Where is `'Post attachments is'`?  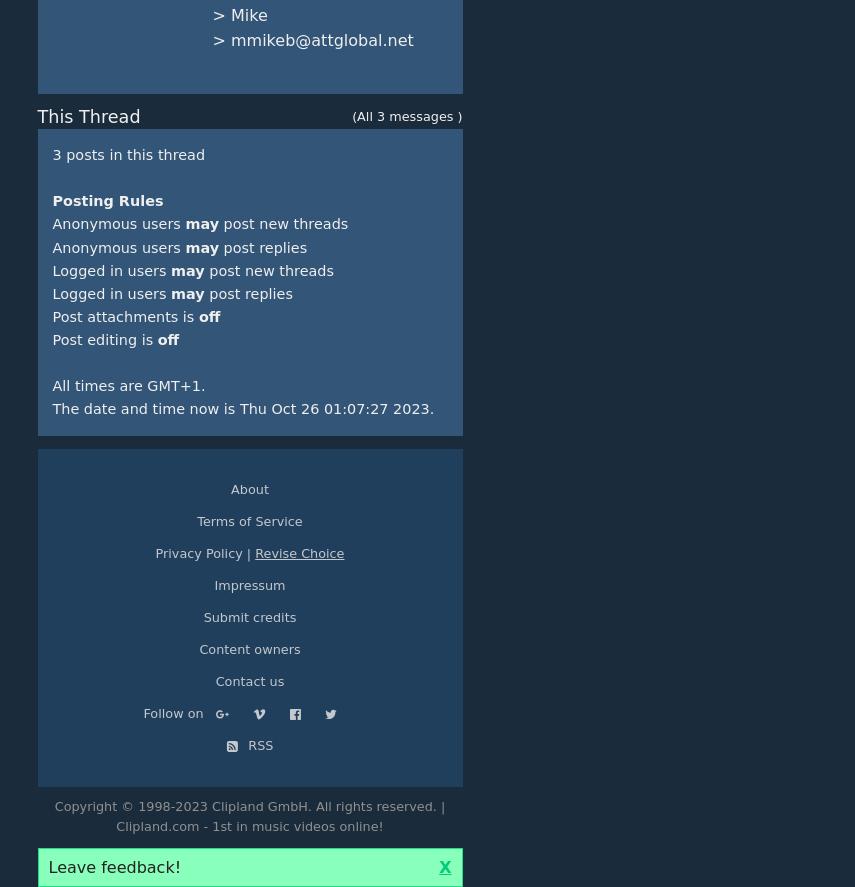 'Post attachments is' is located at coordinates (124, 316).